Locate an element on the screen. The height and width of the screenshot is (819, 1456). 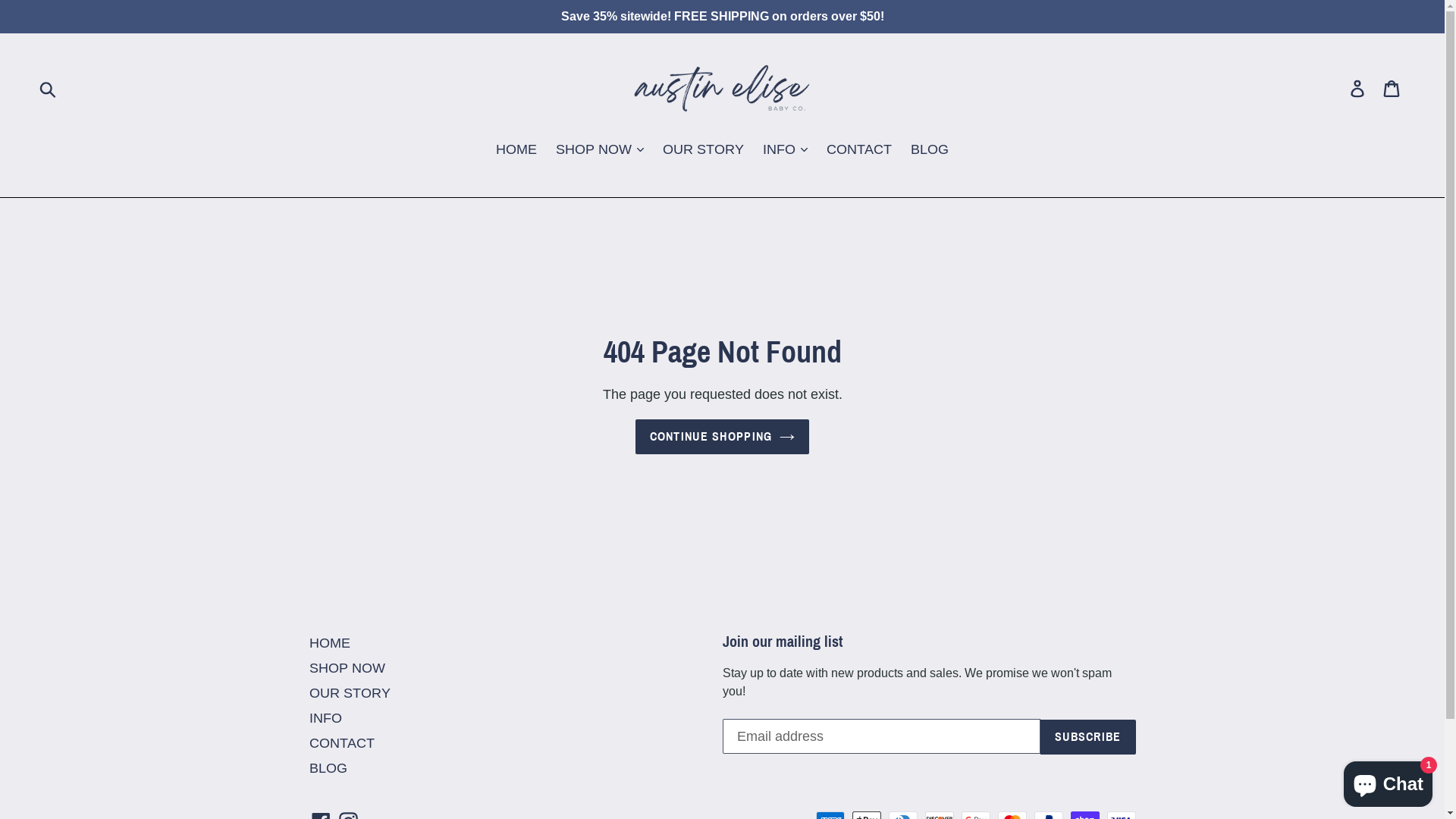
'HOME' is located at coordinates (329, 642).